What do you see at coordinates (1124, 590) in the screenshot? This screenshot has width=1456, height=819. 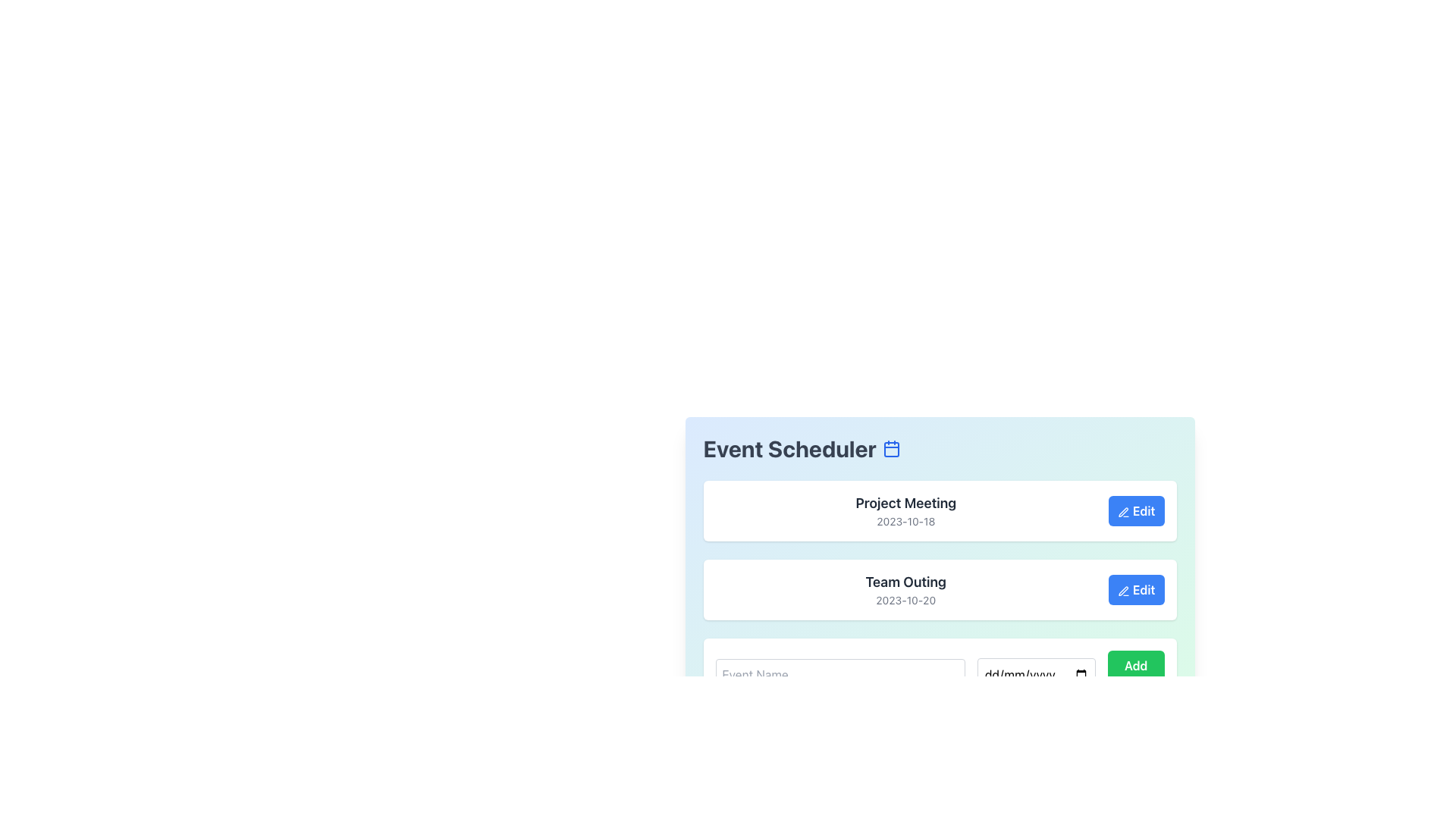 I see `the 'Edit' button icon to initiate editing for the entry labeled 'Team Outing 2023-10-20'` at bounding box center [1124, 590].